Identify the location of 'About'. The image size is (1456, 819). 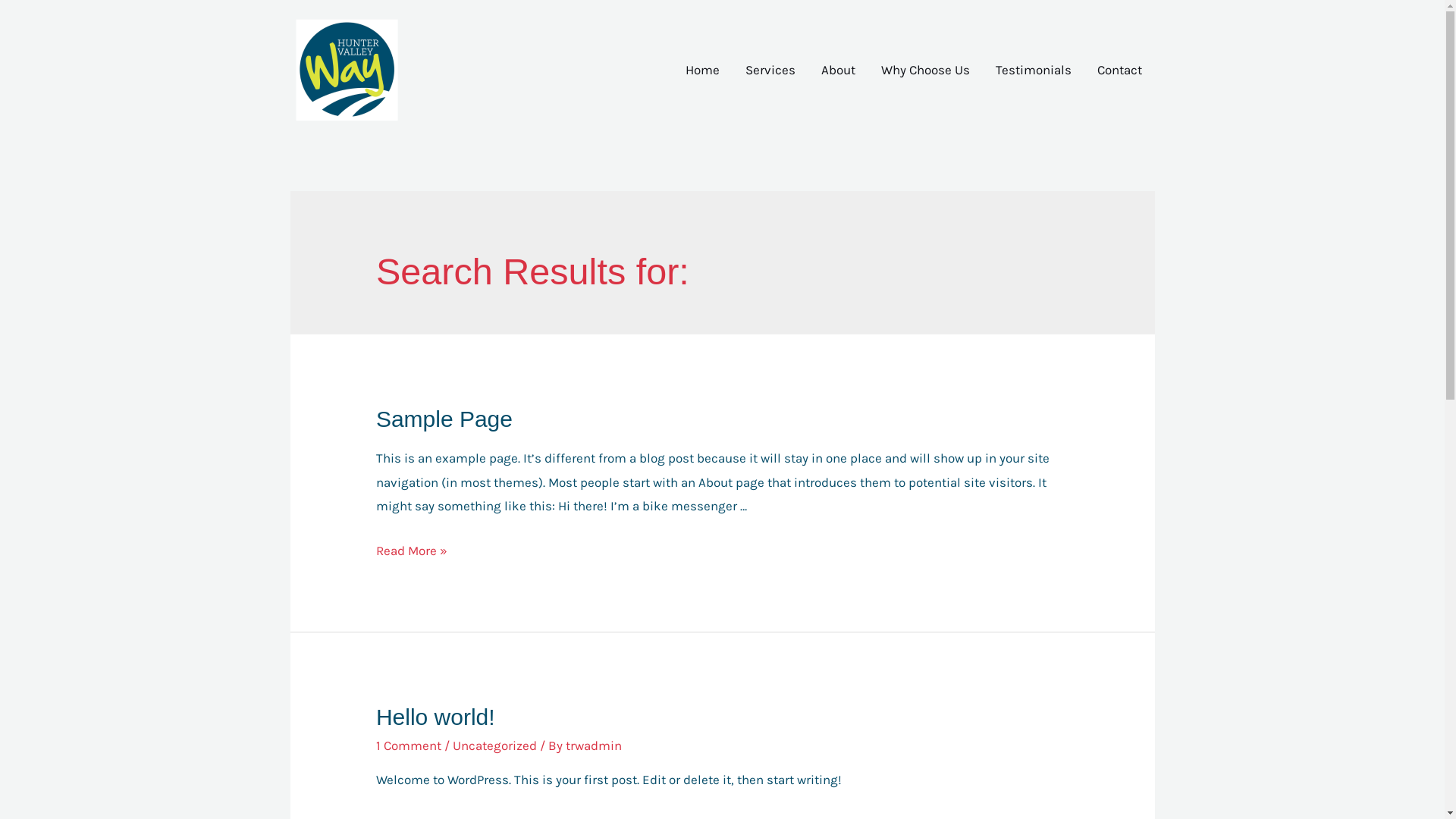
(807, 70).